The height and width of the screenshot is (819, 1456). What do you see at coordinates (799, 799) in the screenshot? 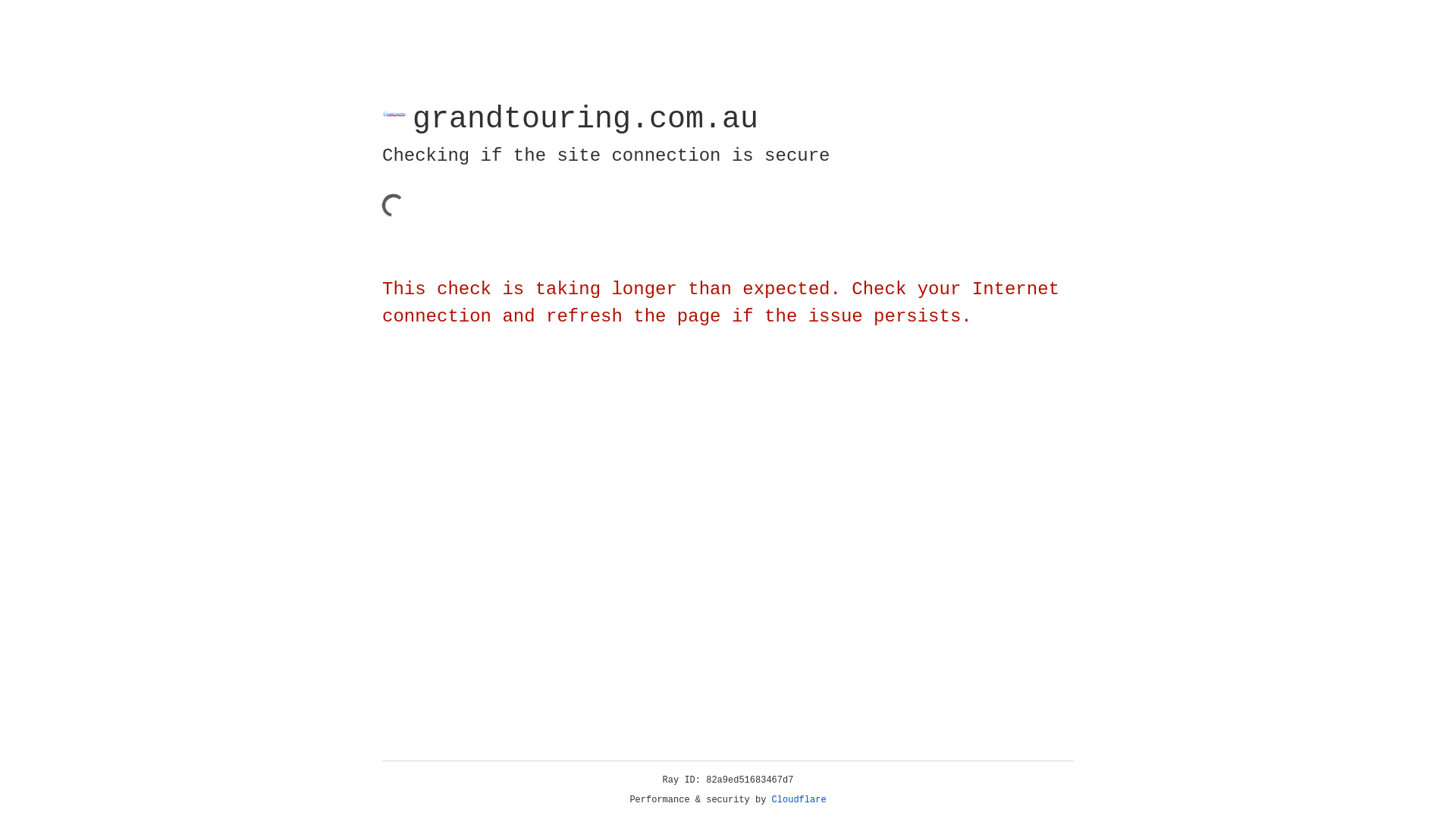
I see `'Cloudflare'` at bounding box center [799, 799].